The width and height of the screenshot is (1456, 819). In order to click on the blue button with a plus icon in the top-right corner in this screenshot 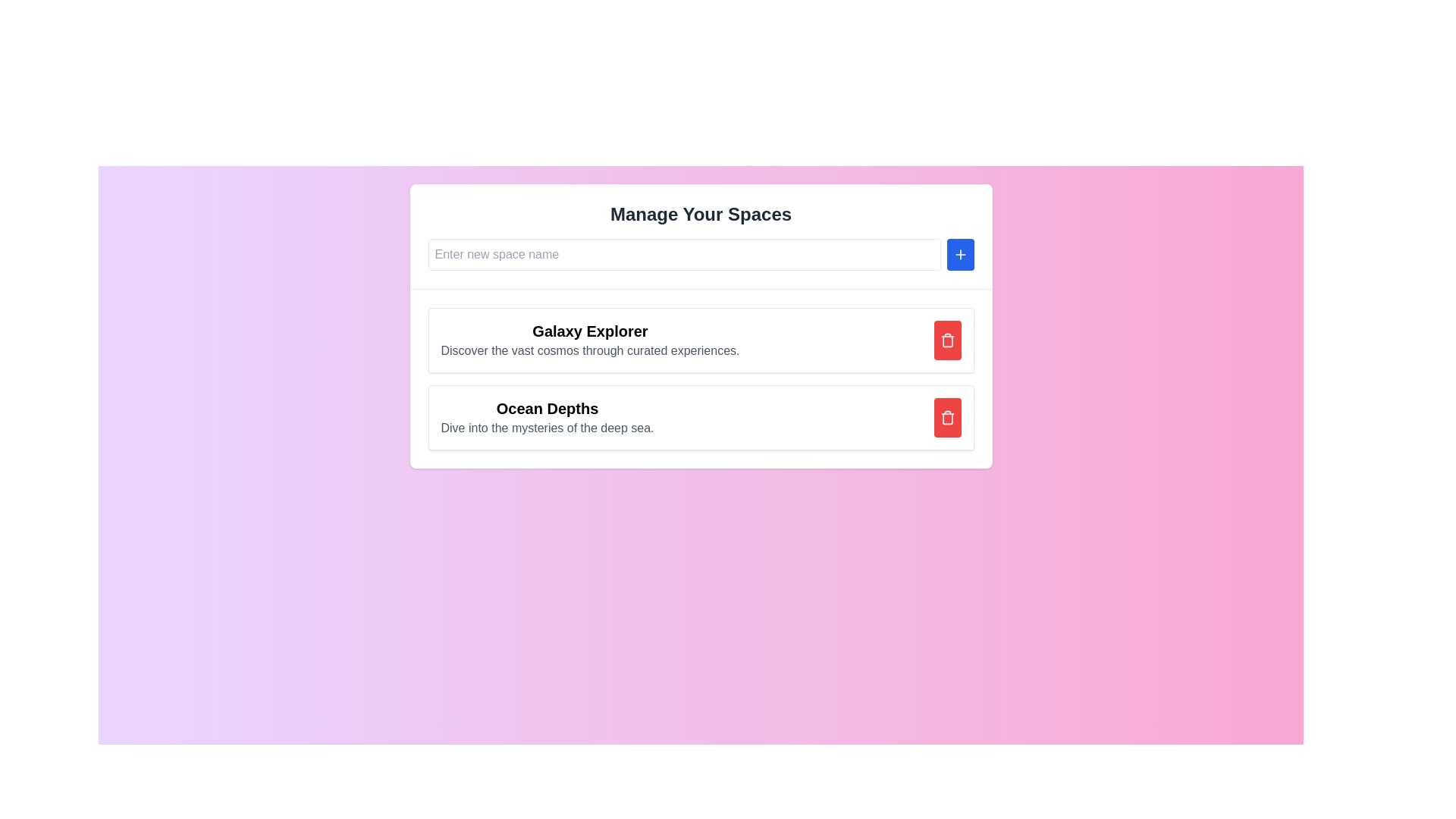, I will do `click(959, 253)`.